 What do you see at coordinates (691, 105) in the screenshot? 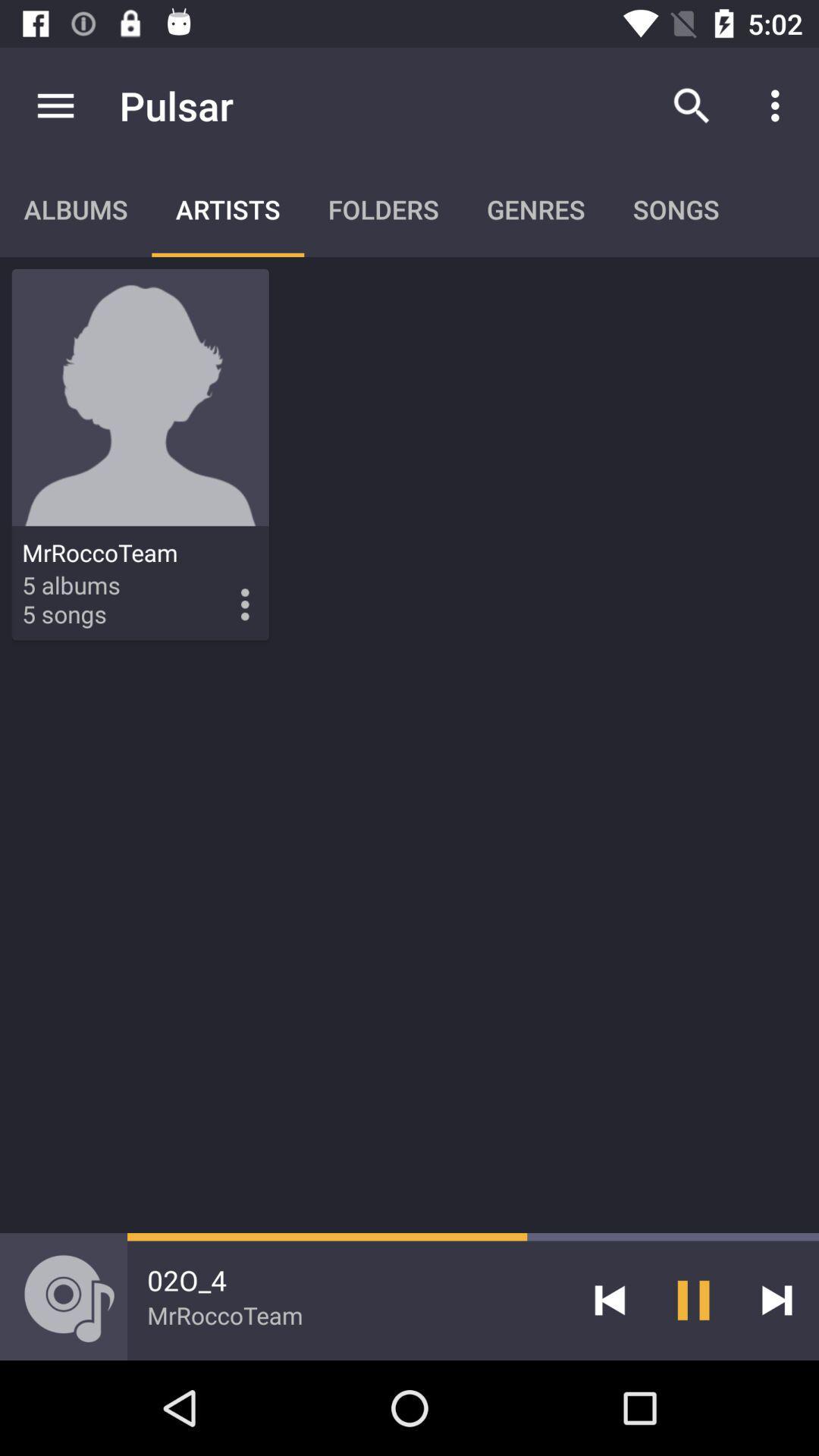
I see `item next to pulsar icon` at bounding box center [691, 105].